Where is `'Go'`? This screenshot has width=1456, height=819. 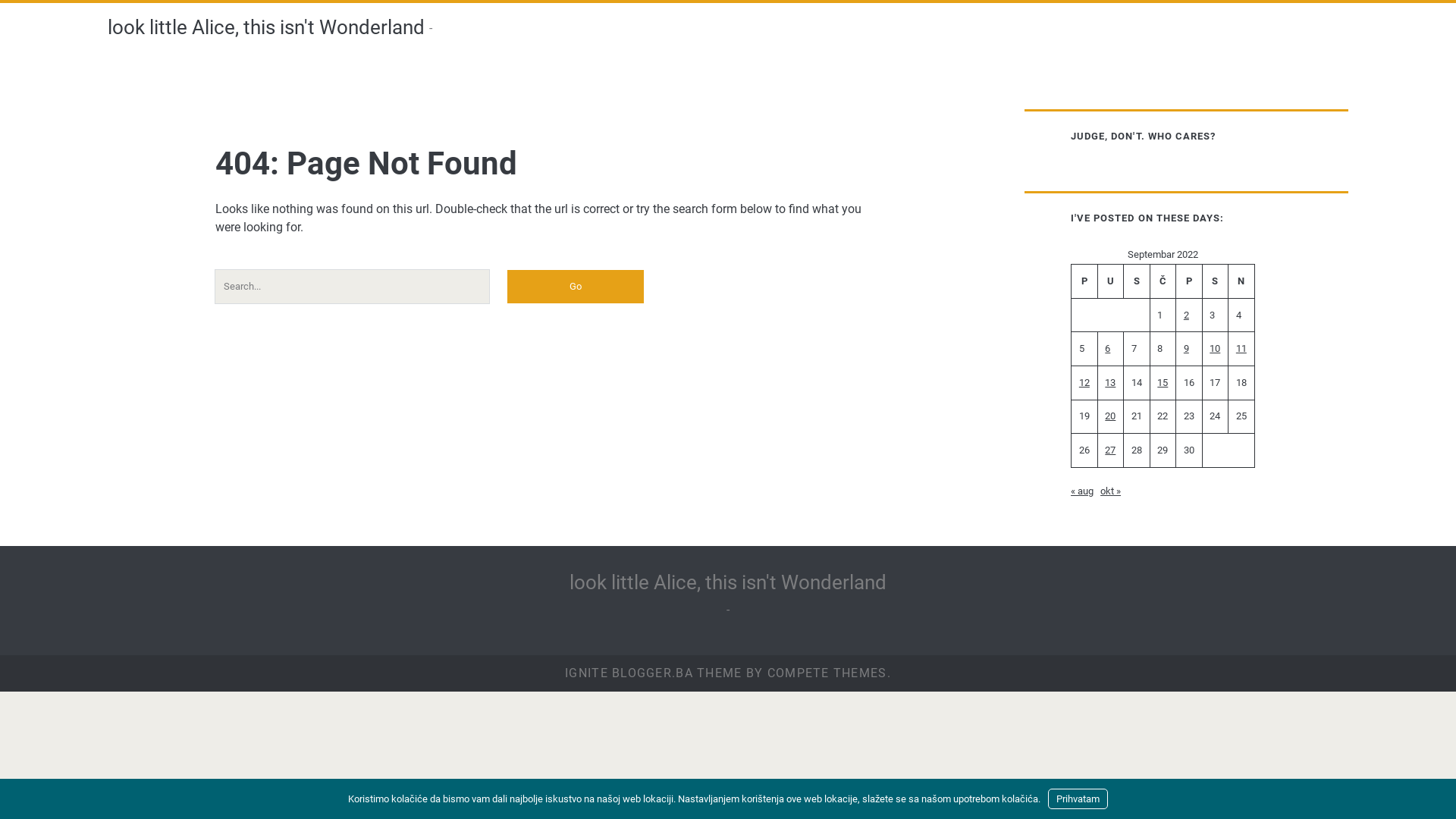
'Go' is located at coordinates (574, 287).